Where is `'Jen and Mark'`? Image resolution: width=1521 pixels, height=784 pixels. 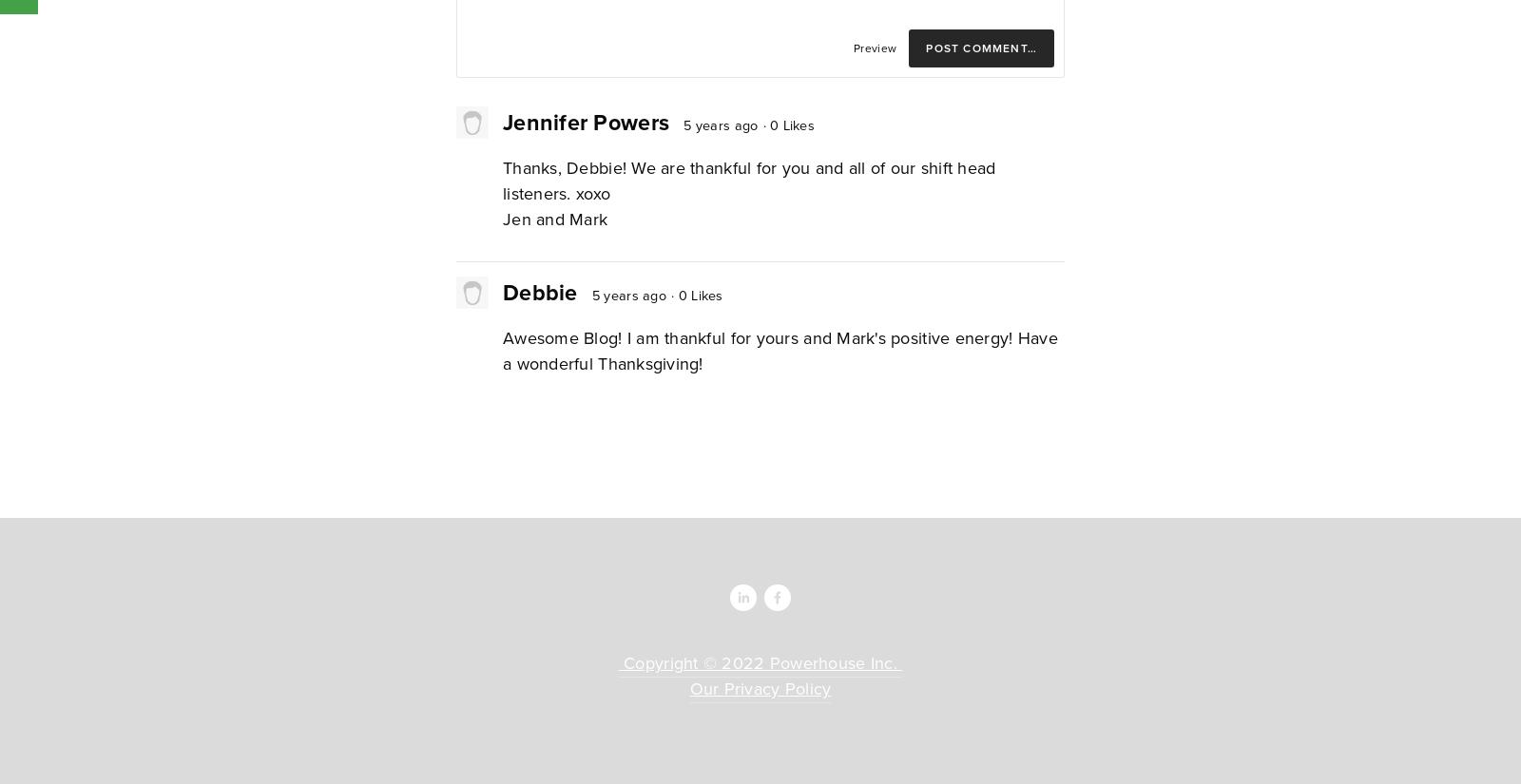 'Jen and Mark' is located at coordinates (554, 219).